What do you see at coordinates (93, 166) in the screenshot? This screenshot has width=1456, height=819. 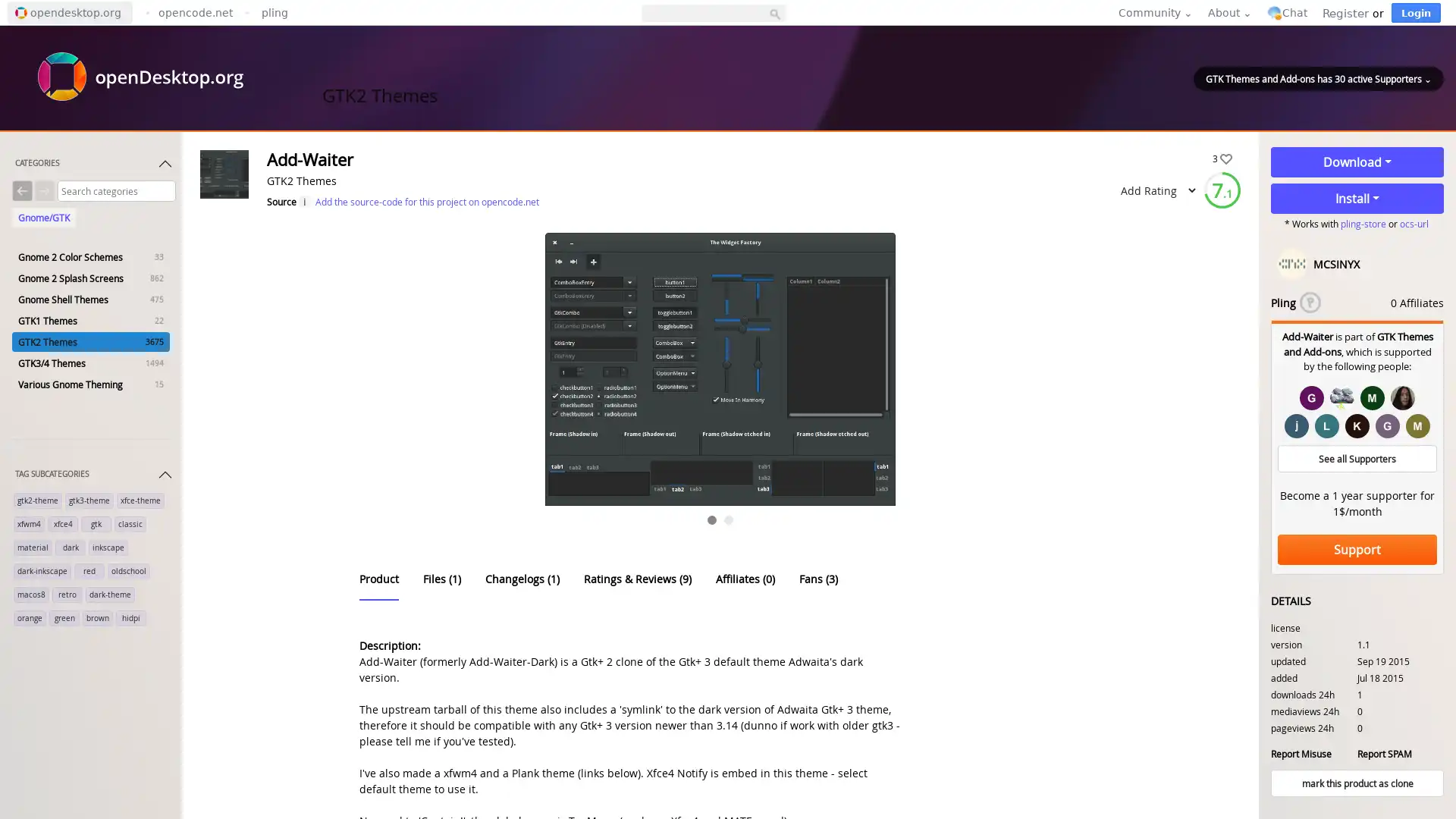 I see `CATEGORIES` at bounding box center [93, 166].